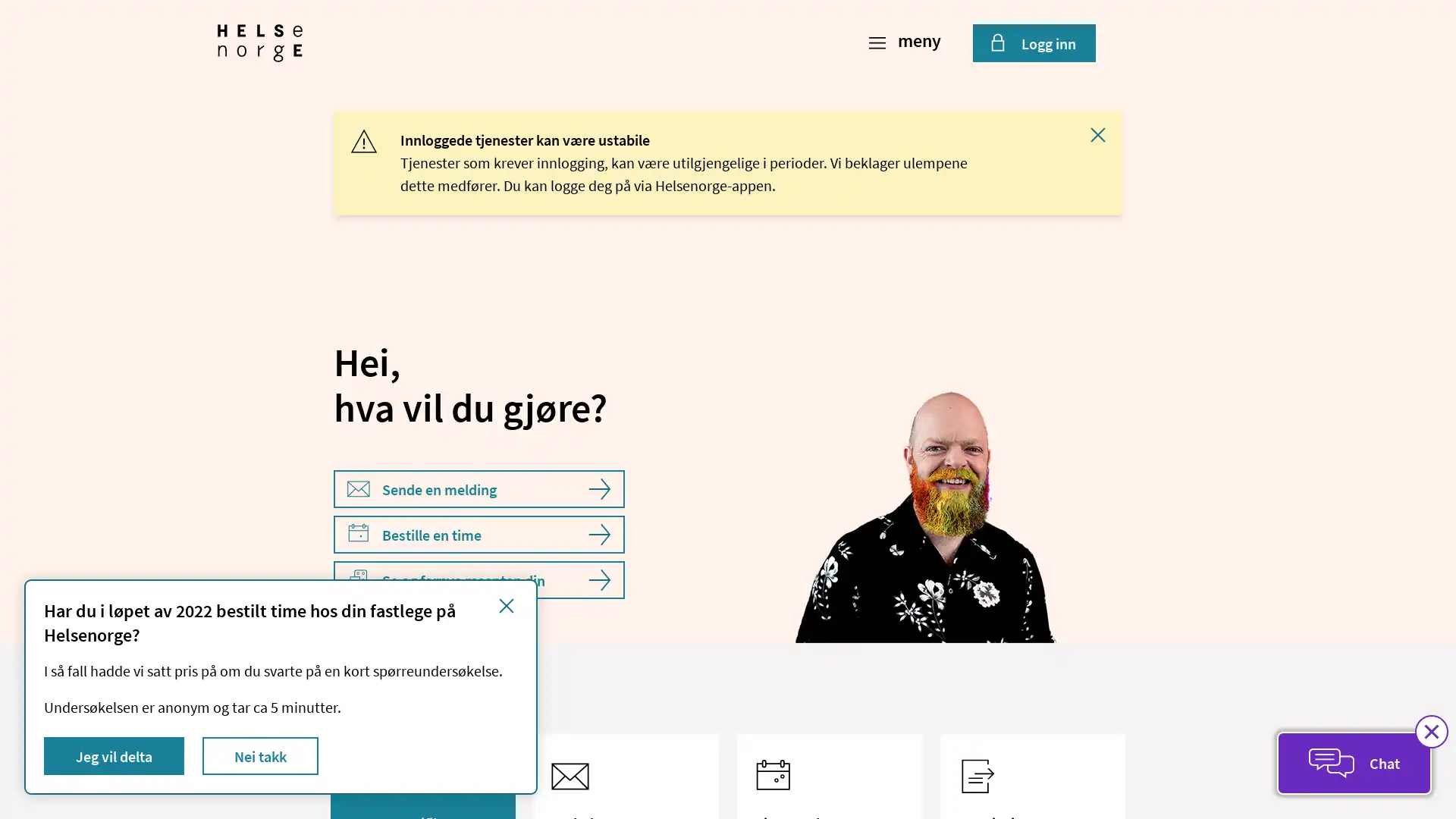 The height and width of the screenshot is (819, 1456). I want to click on Lukk, so click(506, 604).